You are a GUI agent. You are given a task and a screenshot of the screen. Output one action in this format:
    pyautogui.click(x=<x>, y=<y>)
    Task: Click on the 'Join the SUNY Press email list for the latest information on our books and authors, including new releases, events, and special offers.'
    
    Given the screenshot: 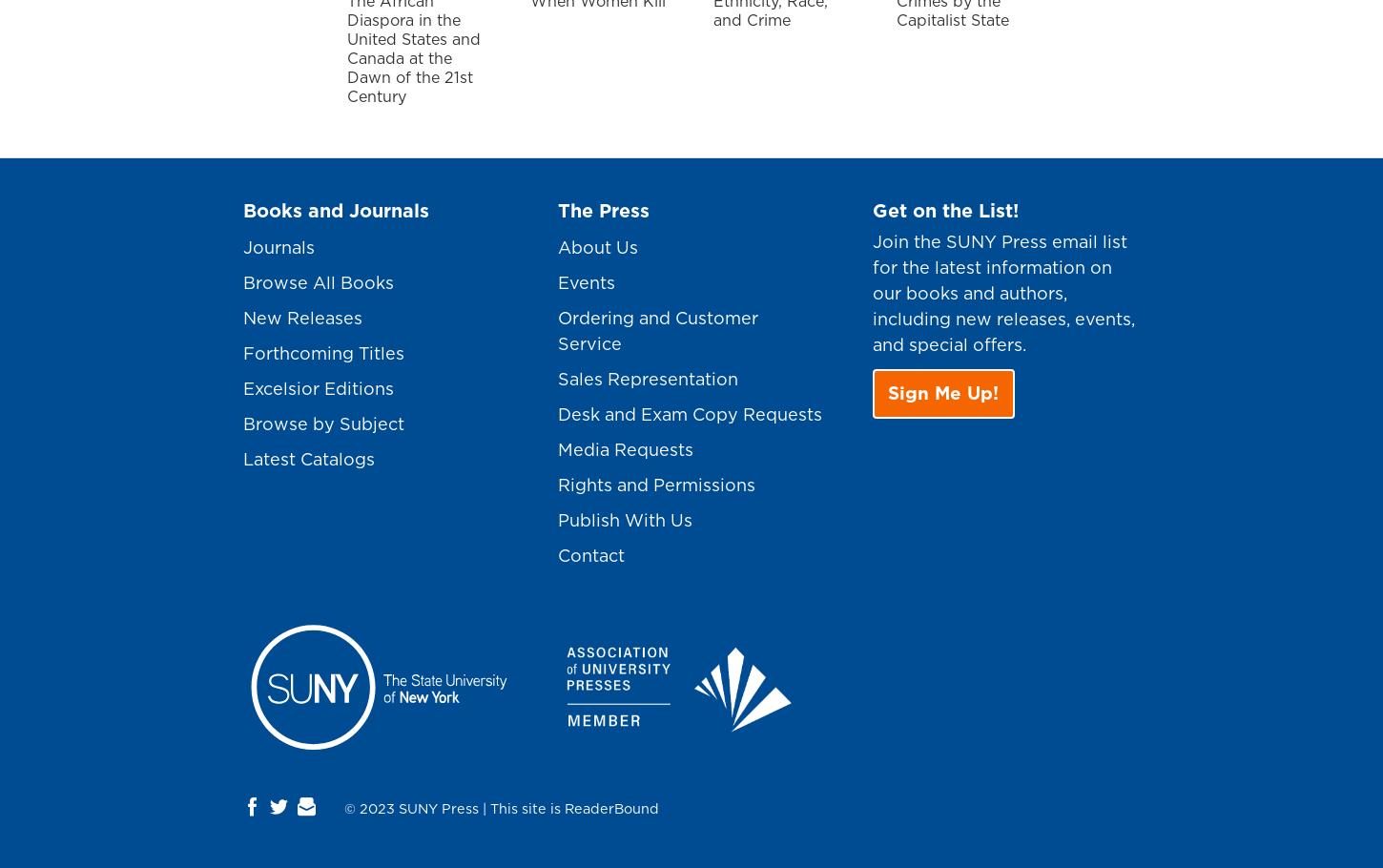 What is the action you would take?
    pyautogui.click(x=1003, y=293)
    